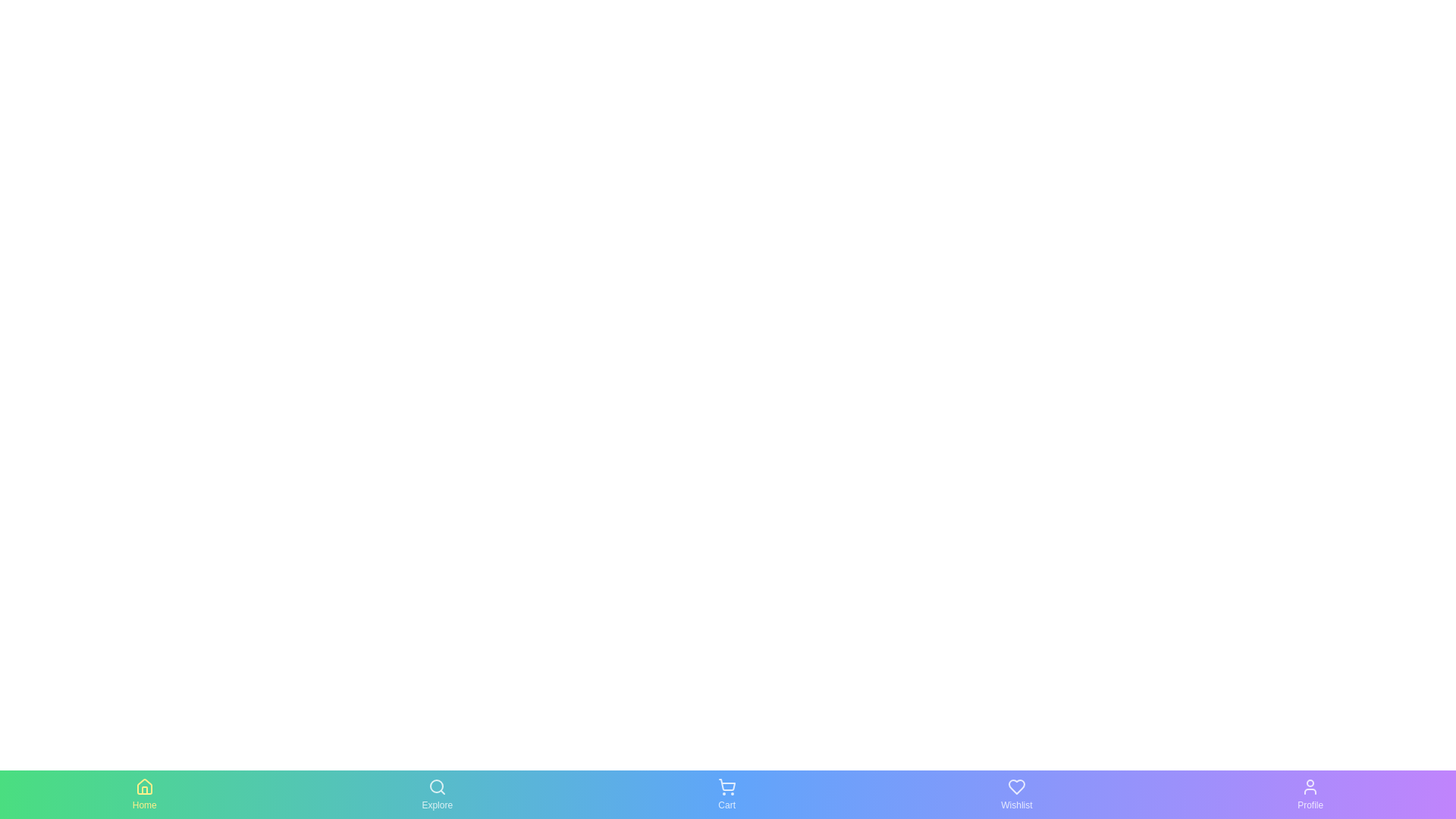  Describe the element at coordinates (436, 794) in the screenshot. I see `the Explore navigation icon to trigger navigation` at that location.